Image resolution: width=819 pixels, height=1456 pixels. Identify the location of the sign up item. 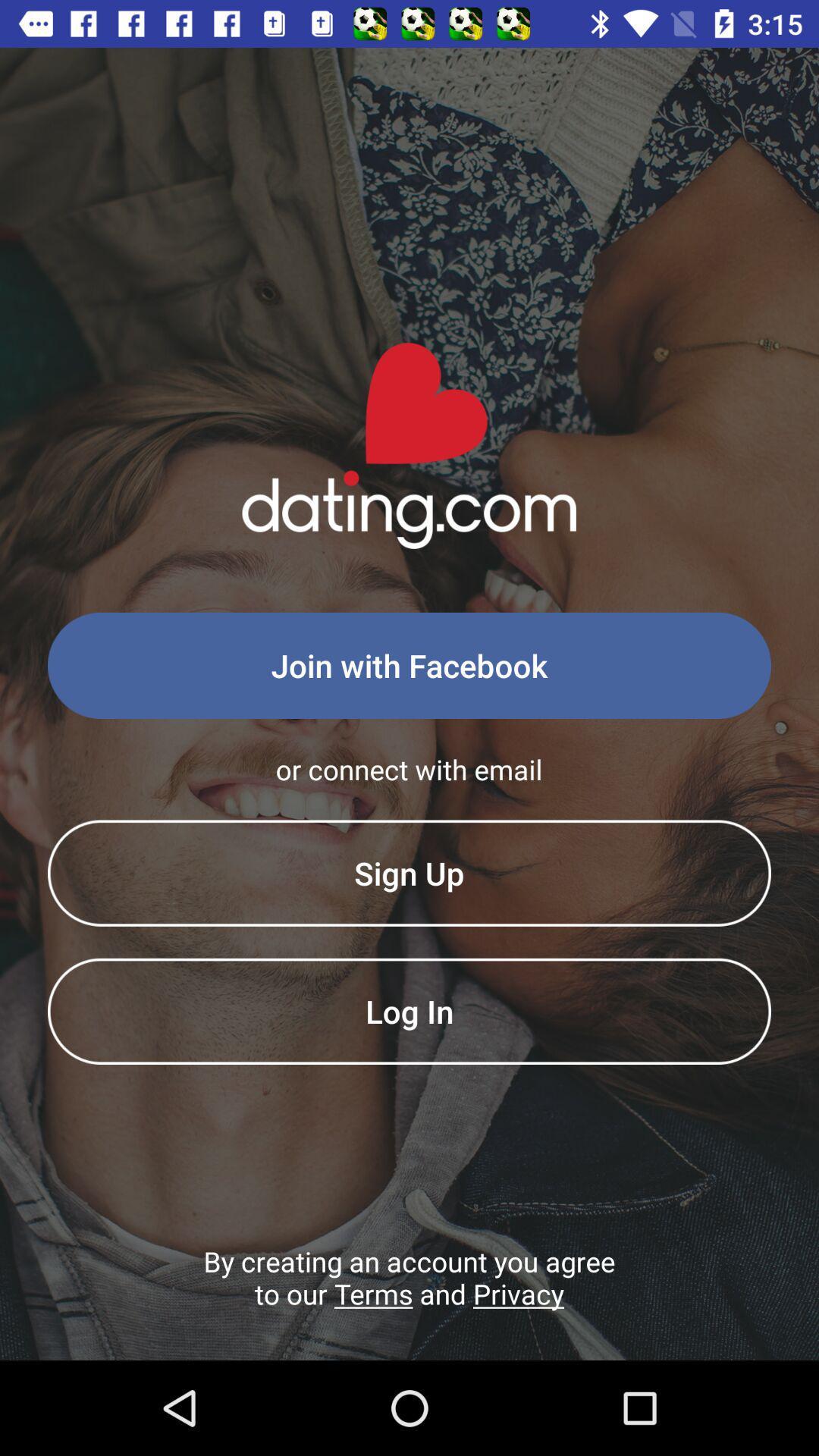
(409, 873).